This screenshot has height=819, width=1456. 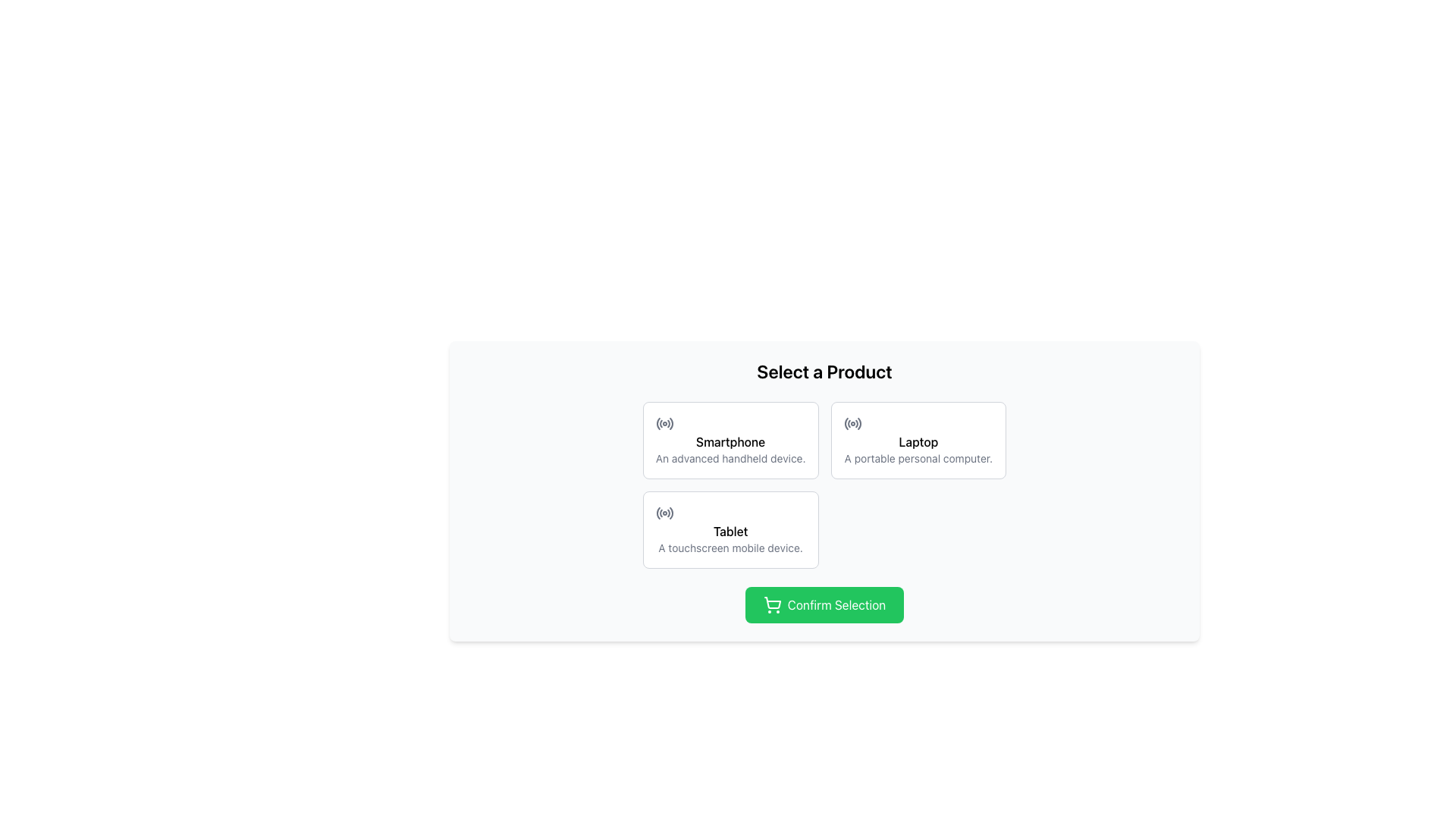 What do you see at coordinates (664, 424) in the screenshot?
I see `the SVG icon representing the 'Smartphone' option within its card, which is positioned in the top-left of a grid of three cards` at bounding box center [664, 424].